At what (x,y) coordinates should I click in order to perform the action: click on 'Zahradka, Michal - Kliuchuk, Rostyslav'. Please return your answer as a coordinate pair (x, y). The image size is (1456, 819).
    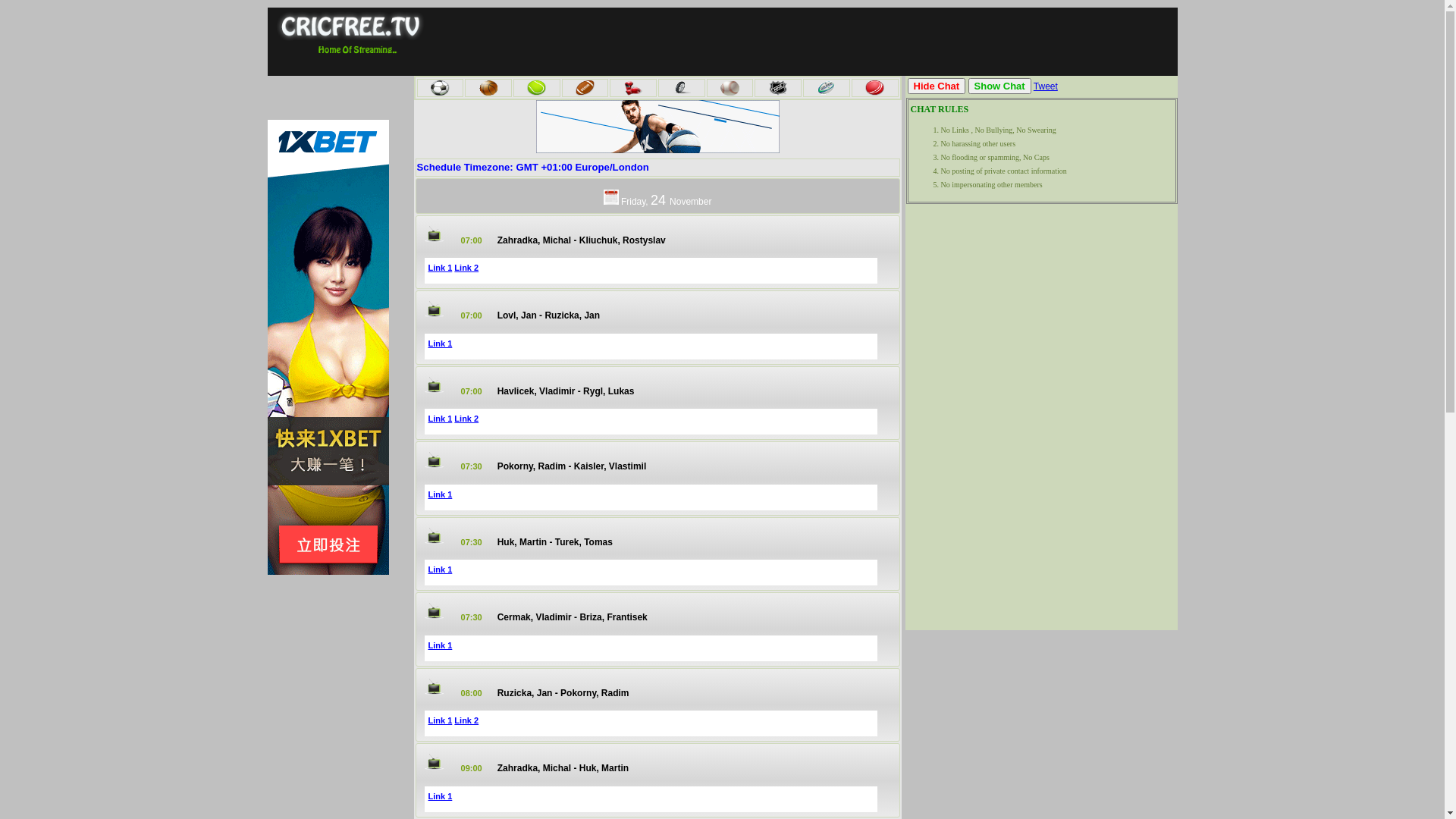
    Looking at the image, I should click on (581, 239).